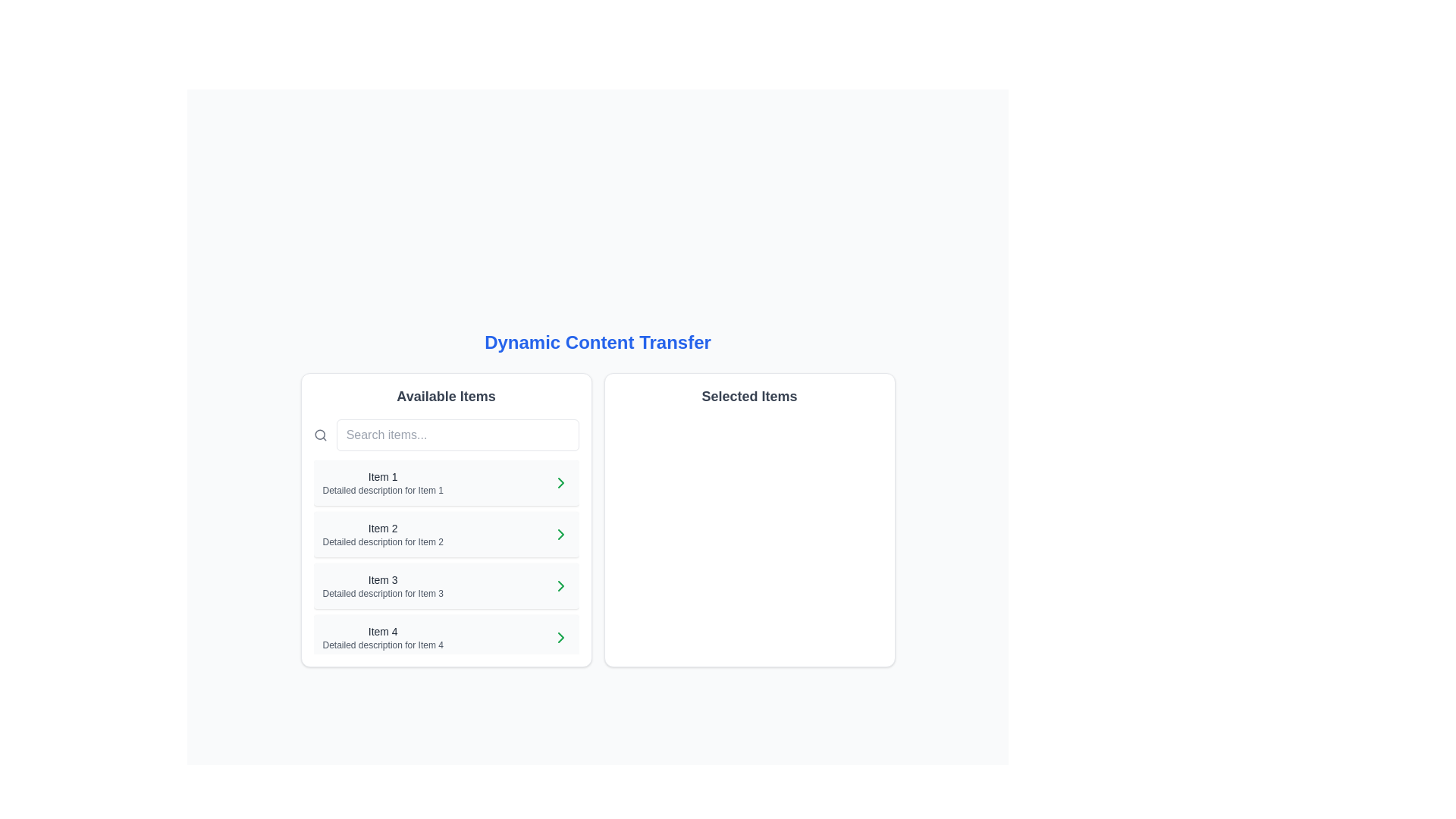 This screenshot has width=1456, height=819. Describe the element at coordinates (383, 491) in the screenshot. I see `text content of the small-sized gray text label displaying 'Detailed description for Item 1', located below the bold text 'Item 1' in the 'Available Items' section` at that location.